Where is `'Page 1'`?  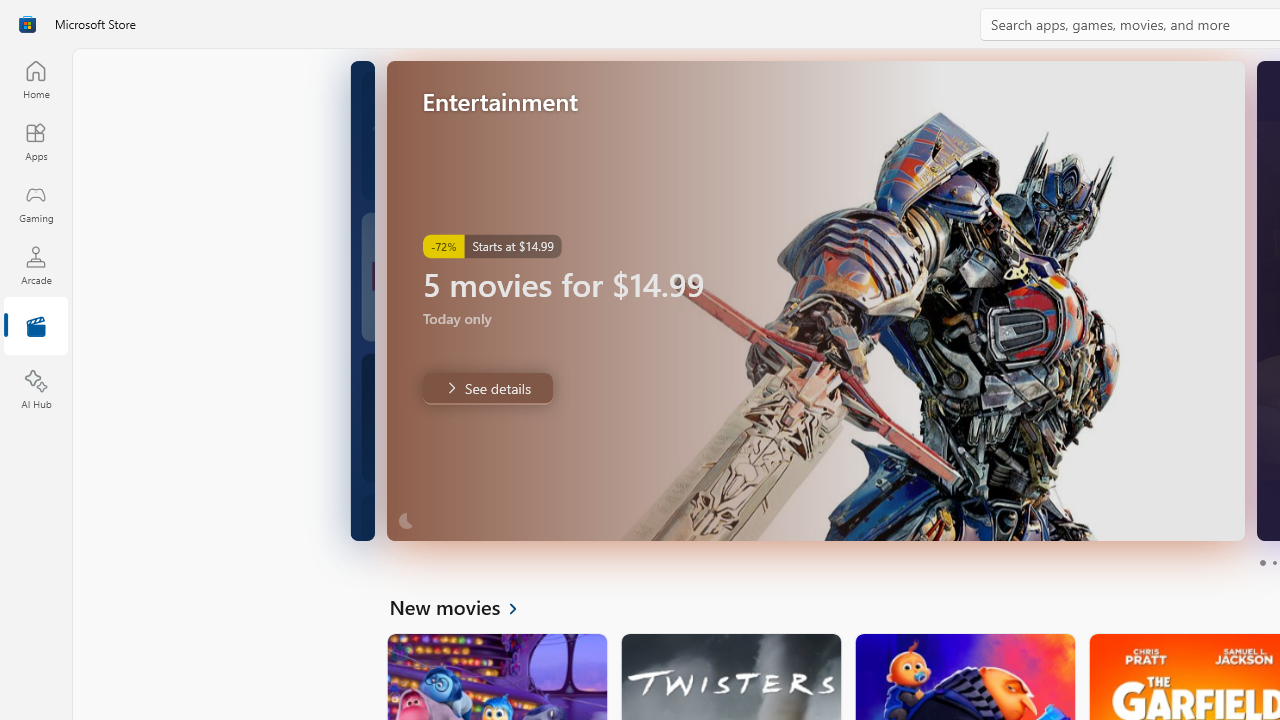
'Page 1' is located at coordinates (1261, 563).